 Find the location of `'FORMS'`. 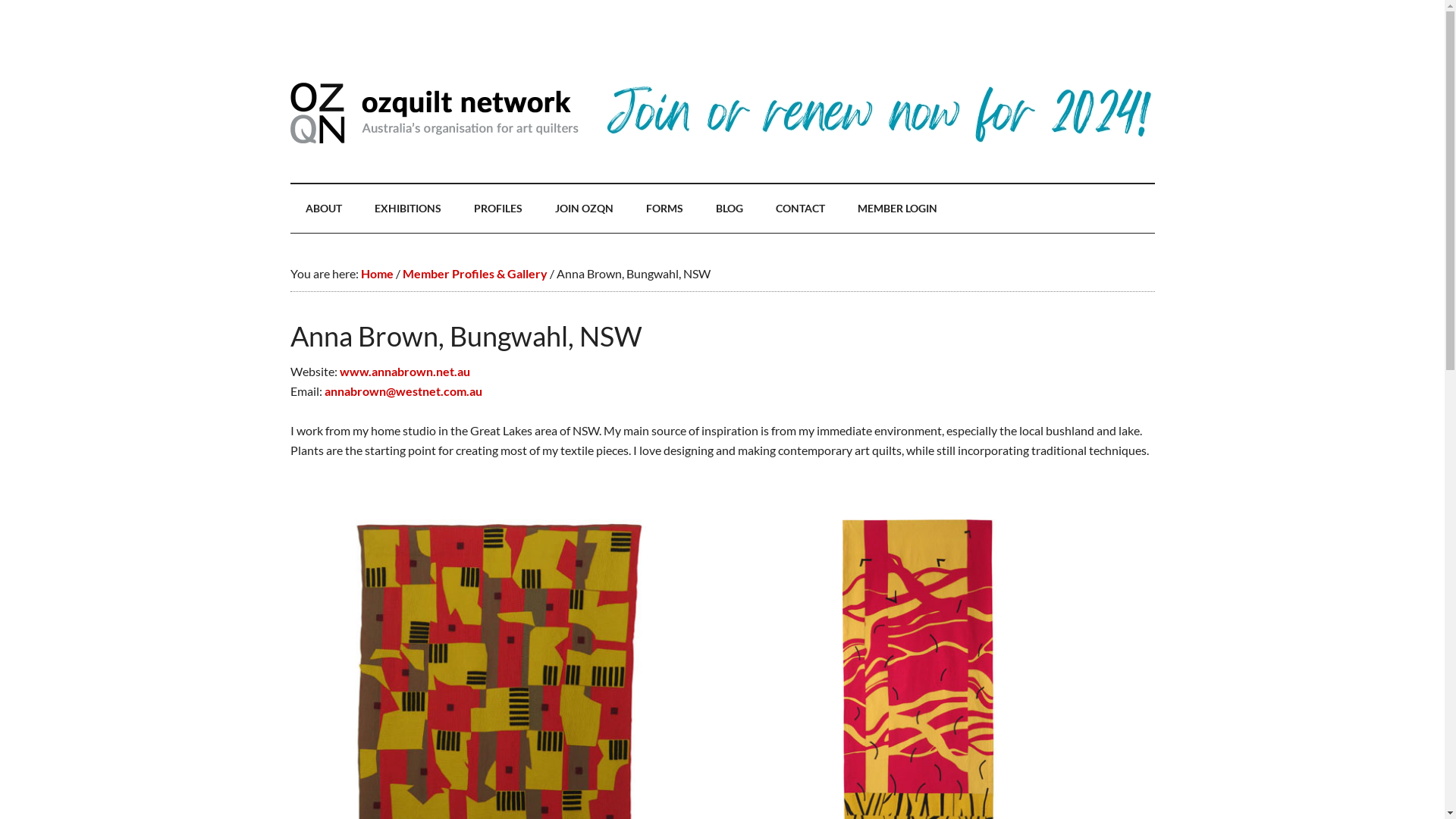

'FORMS' is located at coordinates (664, 208).